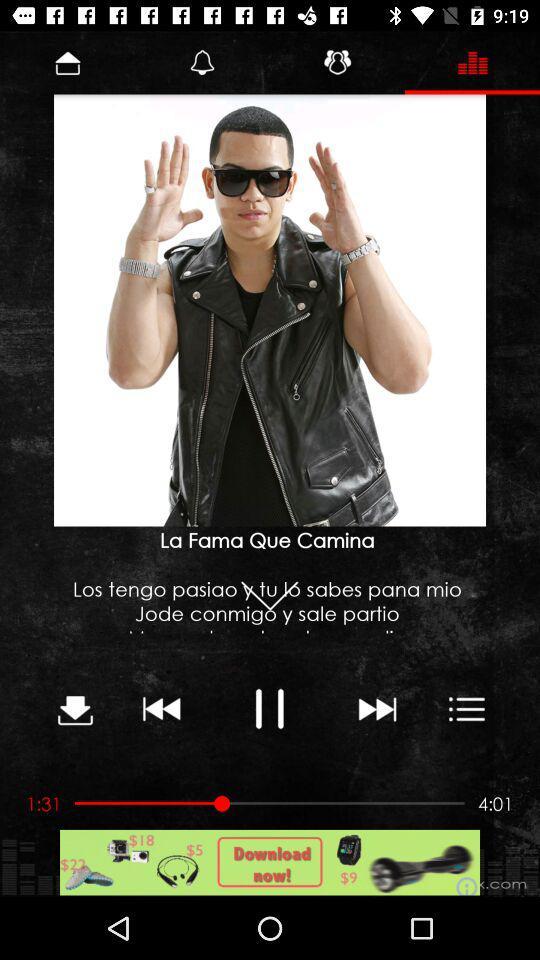 This screenshot has height=960, width=540. Describe the element at coordinates (161, 708) in the screenshot. I see `the av_rewind icon` at that location.